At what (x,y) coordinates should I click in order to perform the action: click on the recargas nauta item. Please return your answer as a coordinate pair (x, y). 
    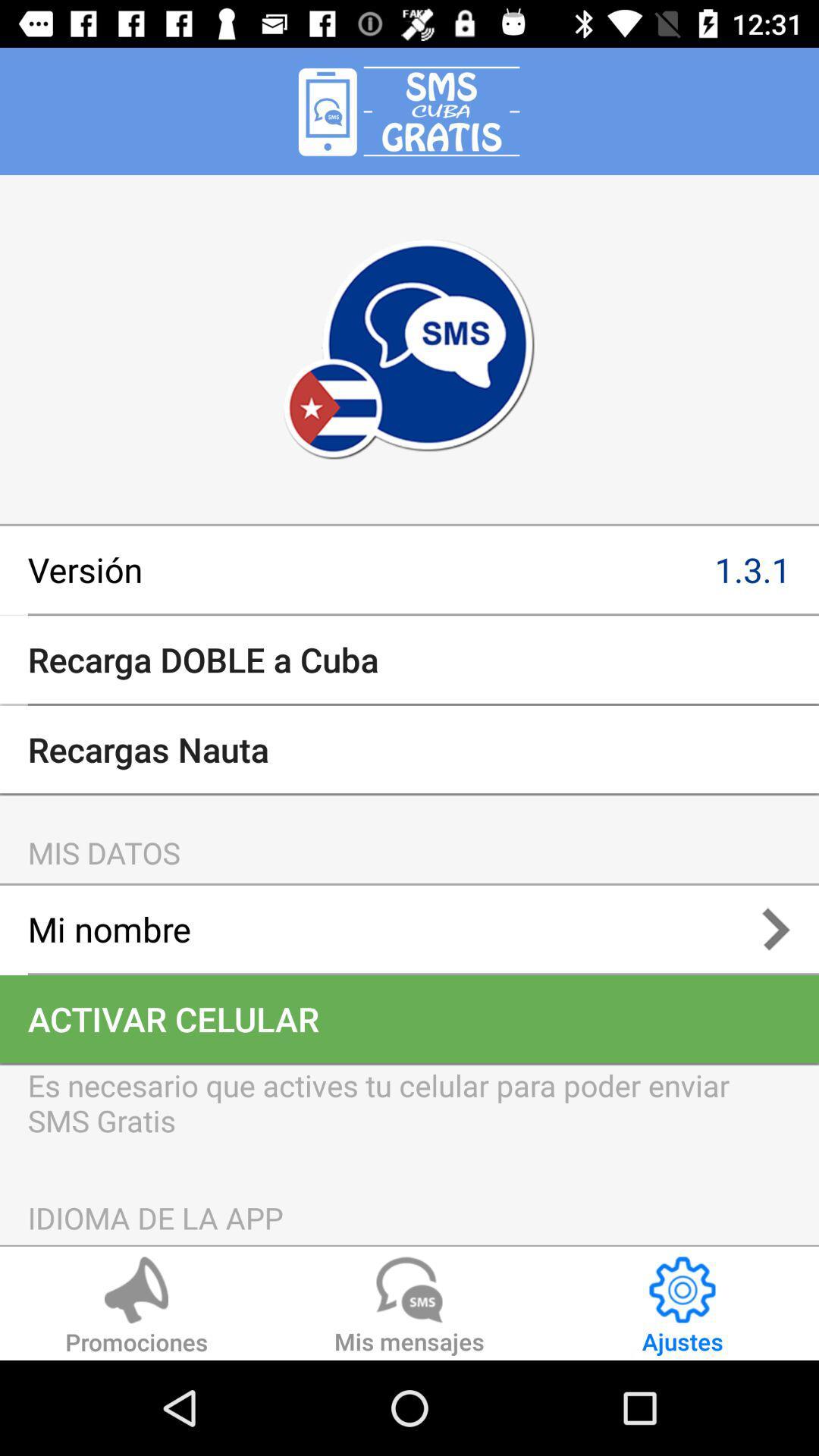
    Looking at the image, I should click on (409, 749).